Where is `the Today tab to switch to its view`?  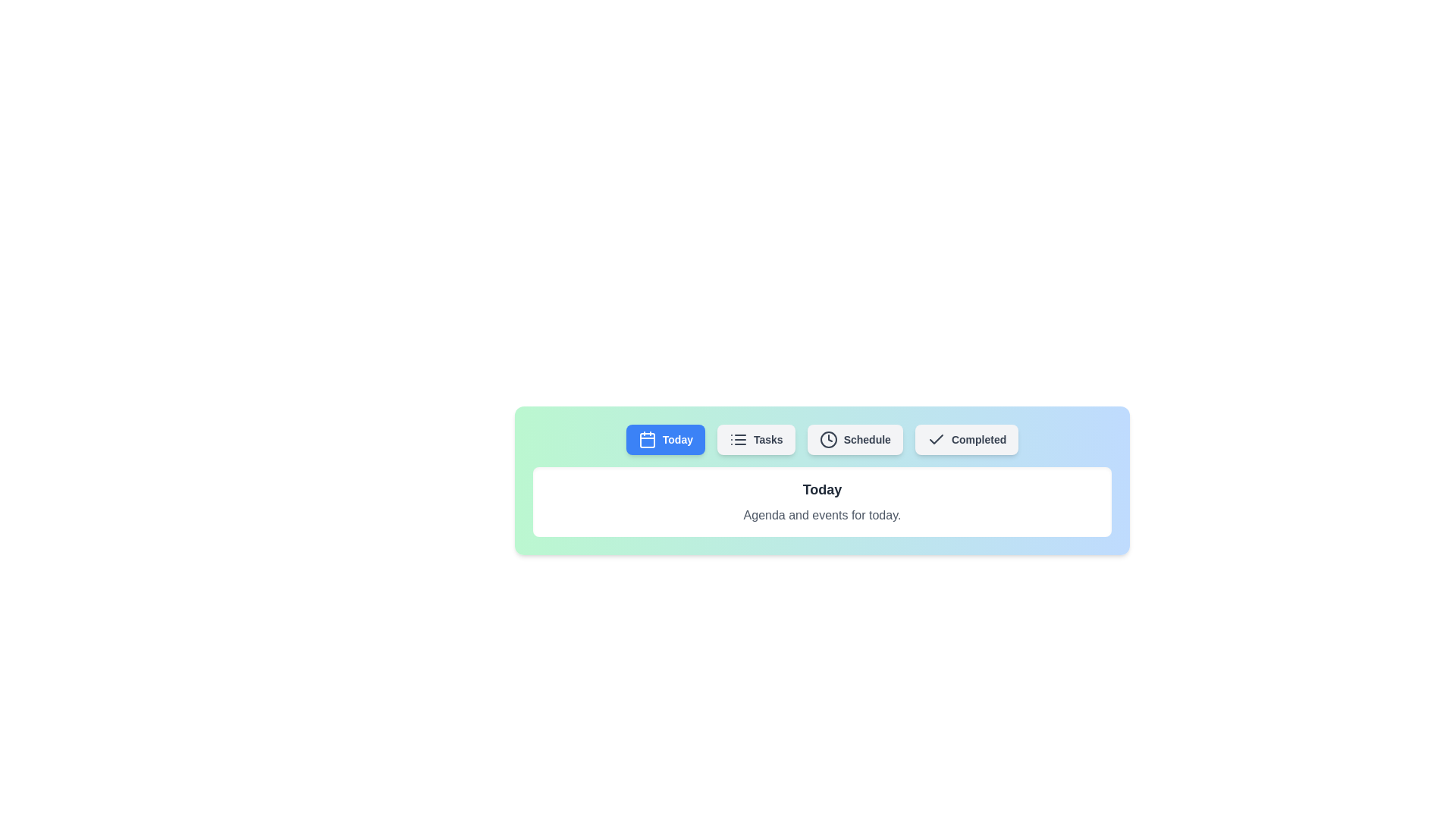
the Today tab to switch to its view is located at coordinates (665, 439).